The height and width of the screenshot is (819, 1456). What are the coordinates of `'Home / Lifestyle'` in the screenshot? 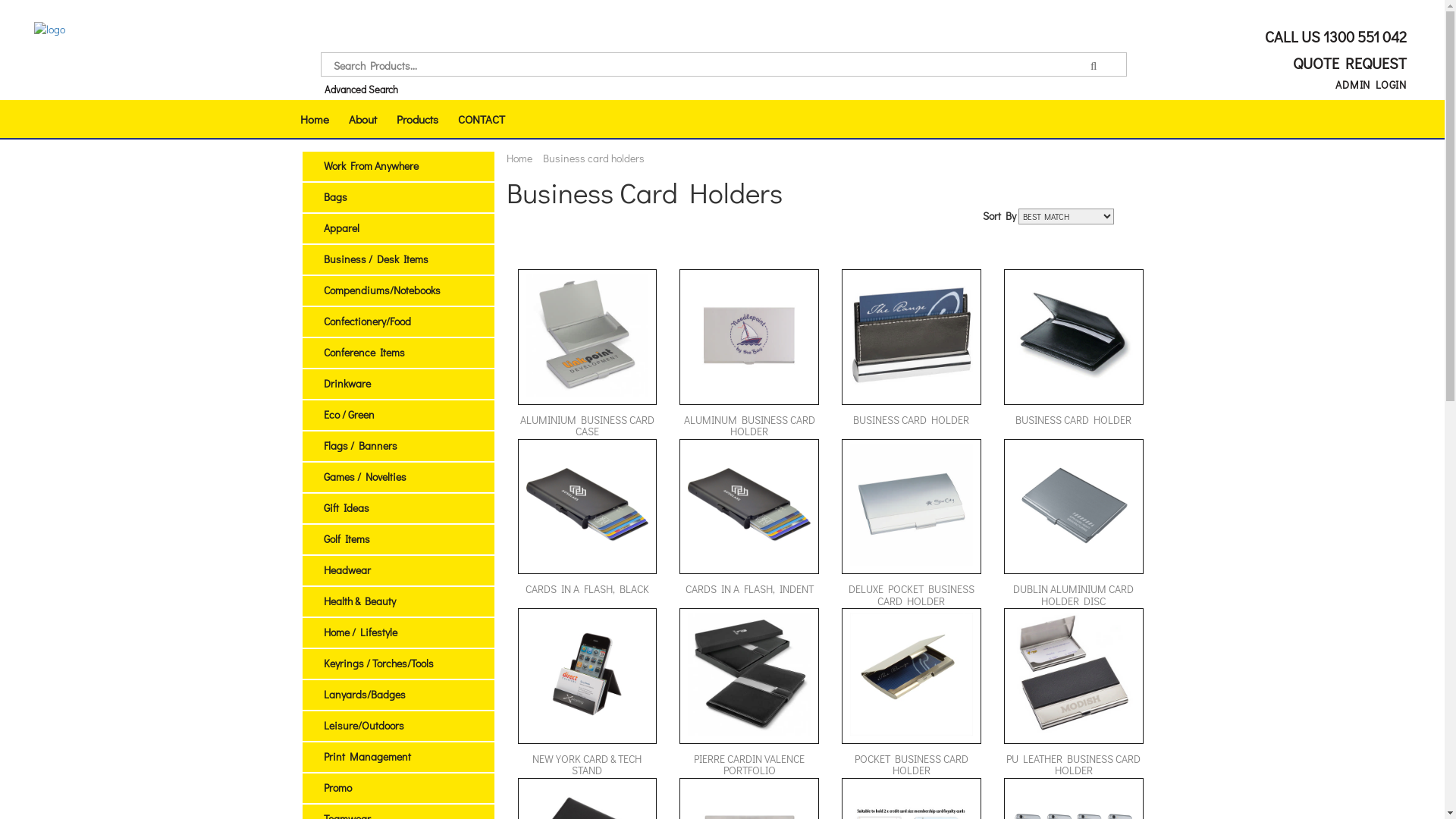 It's located at (359, 632).